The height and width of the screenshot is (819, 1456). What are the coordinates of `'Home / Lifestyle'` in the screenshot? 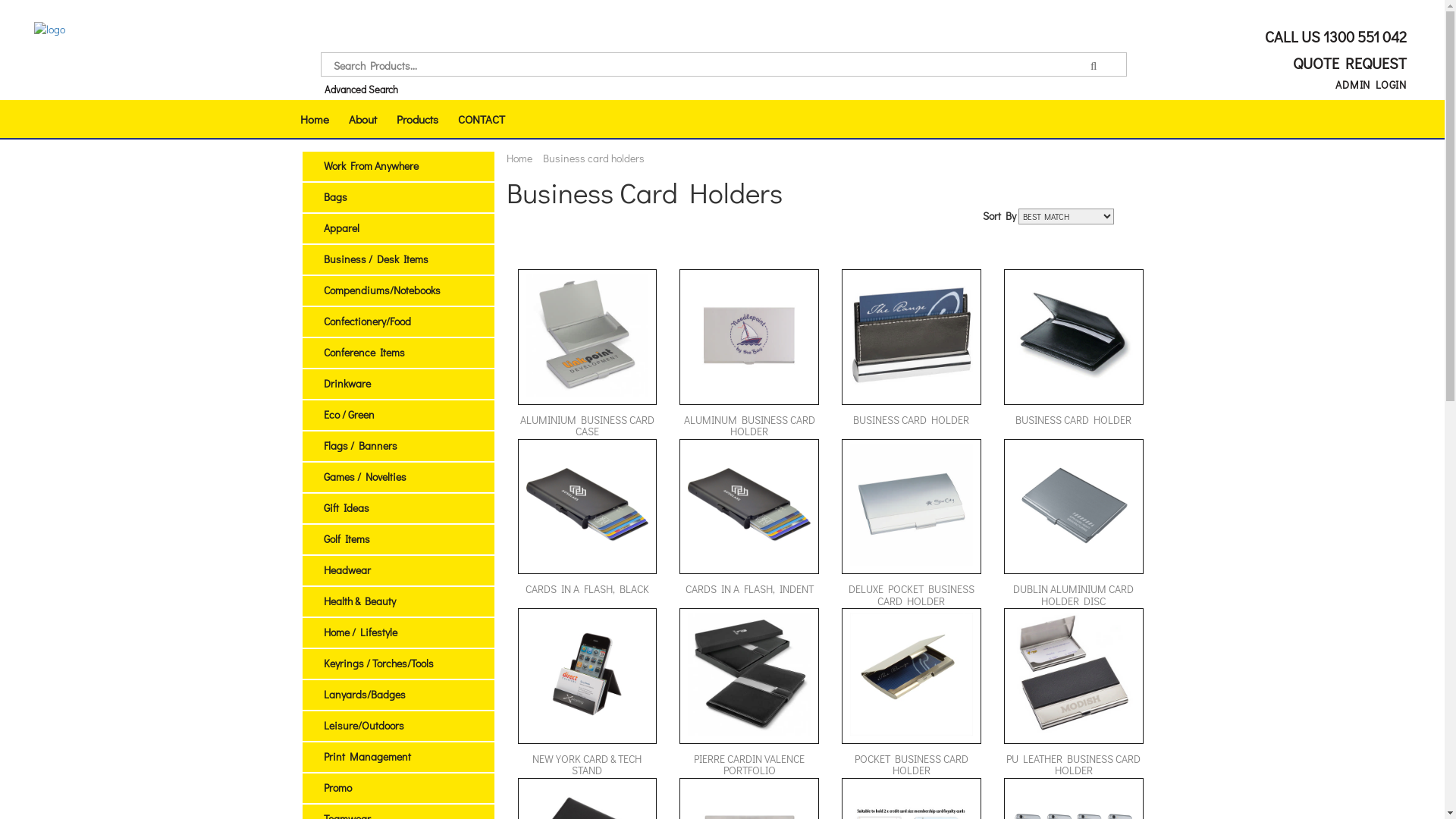 It's located at (359, 632).